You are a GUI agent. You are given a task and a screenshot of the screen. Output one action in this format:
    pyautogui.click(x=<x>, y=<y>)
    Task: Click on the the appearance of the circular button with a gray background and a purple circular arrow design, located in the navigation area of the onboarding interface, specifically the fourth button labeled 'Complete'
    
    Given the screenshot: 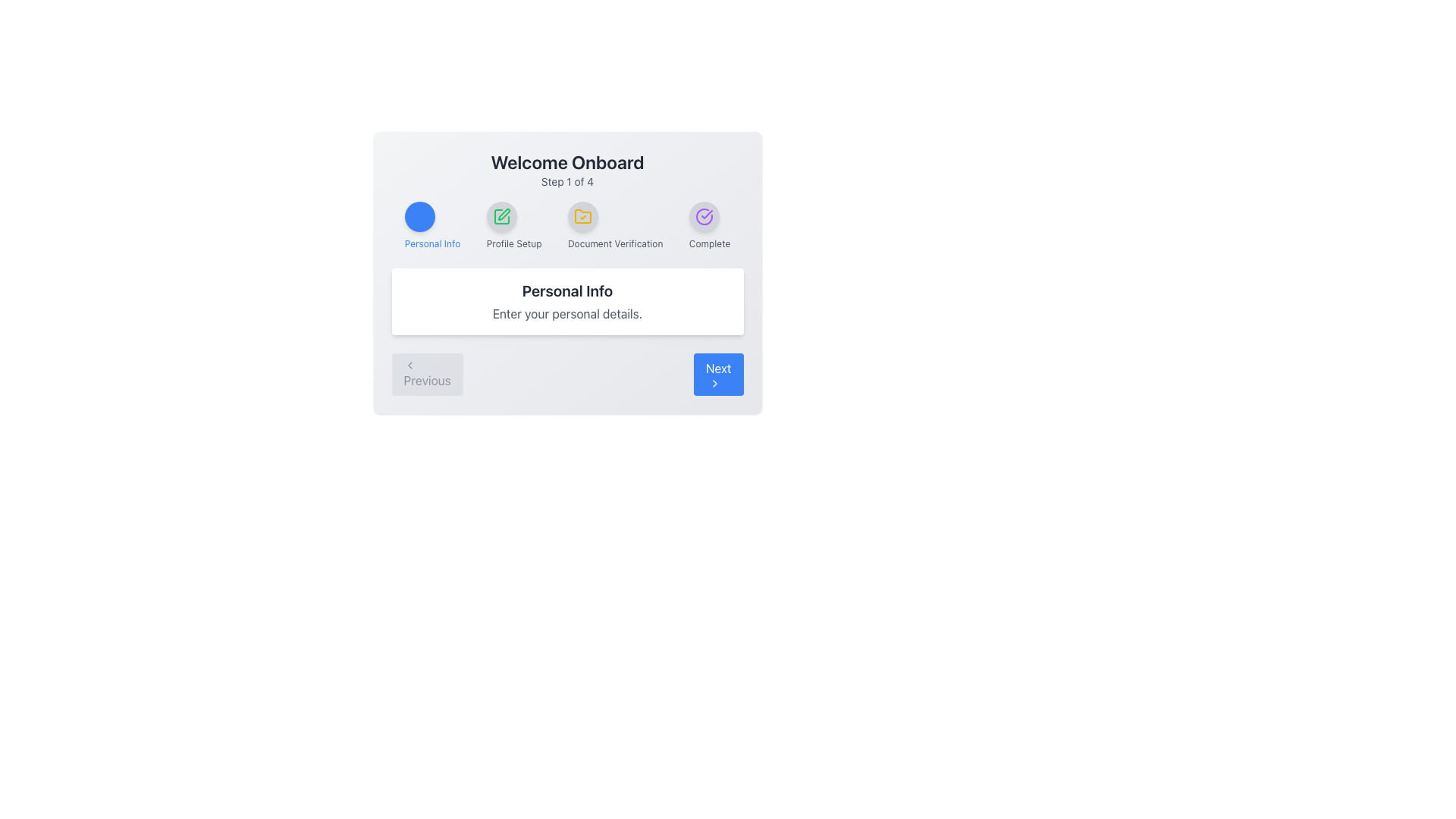 What is the action you would take?
    pyautogui.click(x=703, y=216)
    